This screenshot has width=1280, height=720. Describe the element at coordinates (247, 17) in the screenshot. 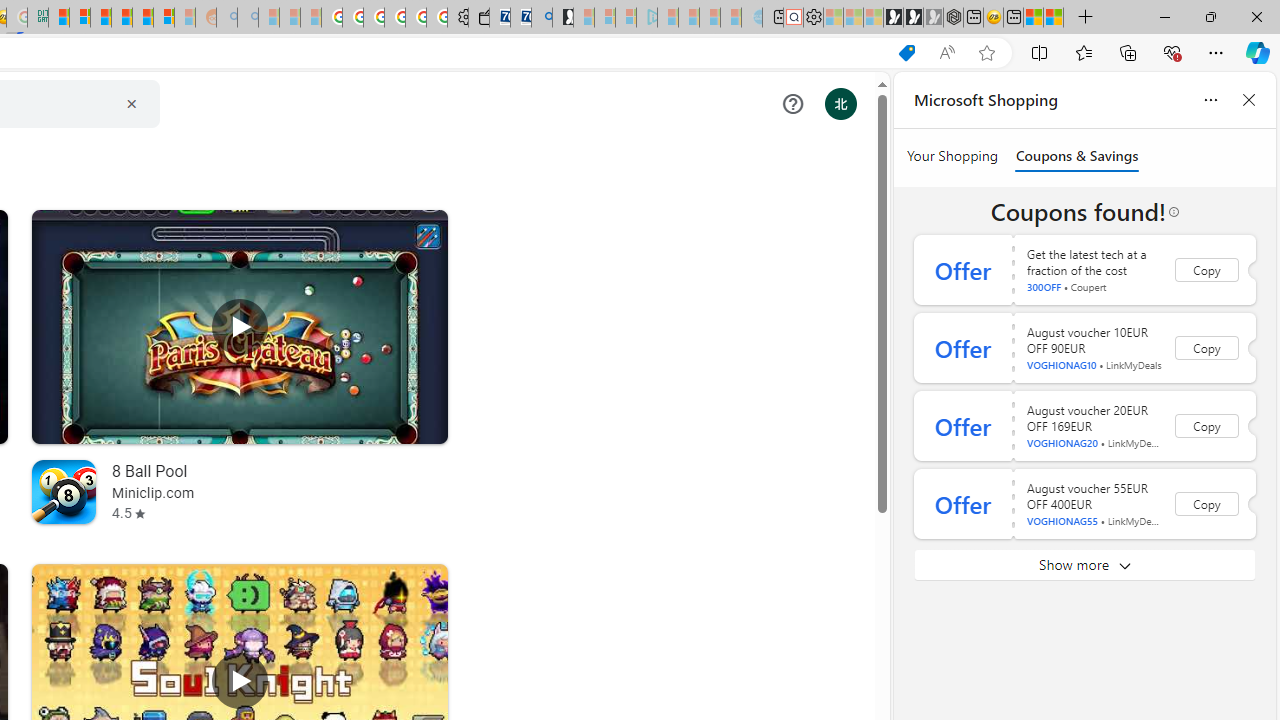

I see `'Utah sues federal government - Search - Sleeping'` at that location.